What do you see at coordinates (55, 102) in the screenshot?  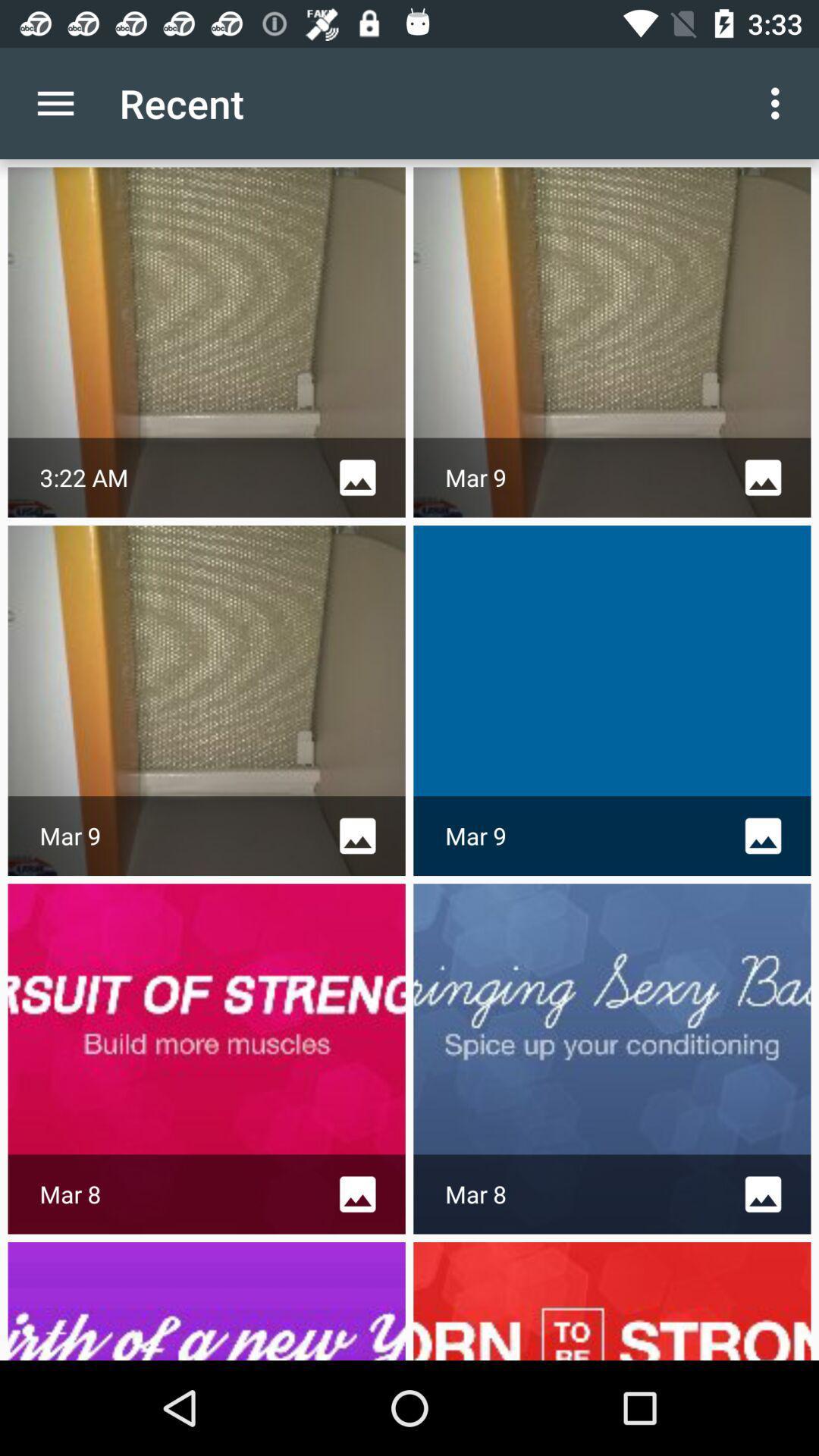 I see `icon to the left of the recent app` at bounding box center [55, 102].